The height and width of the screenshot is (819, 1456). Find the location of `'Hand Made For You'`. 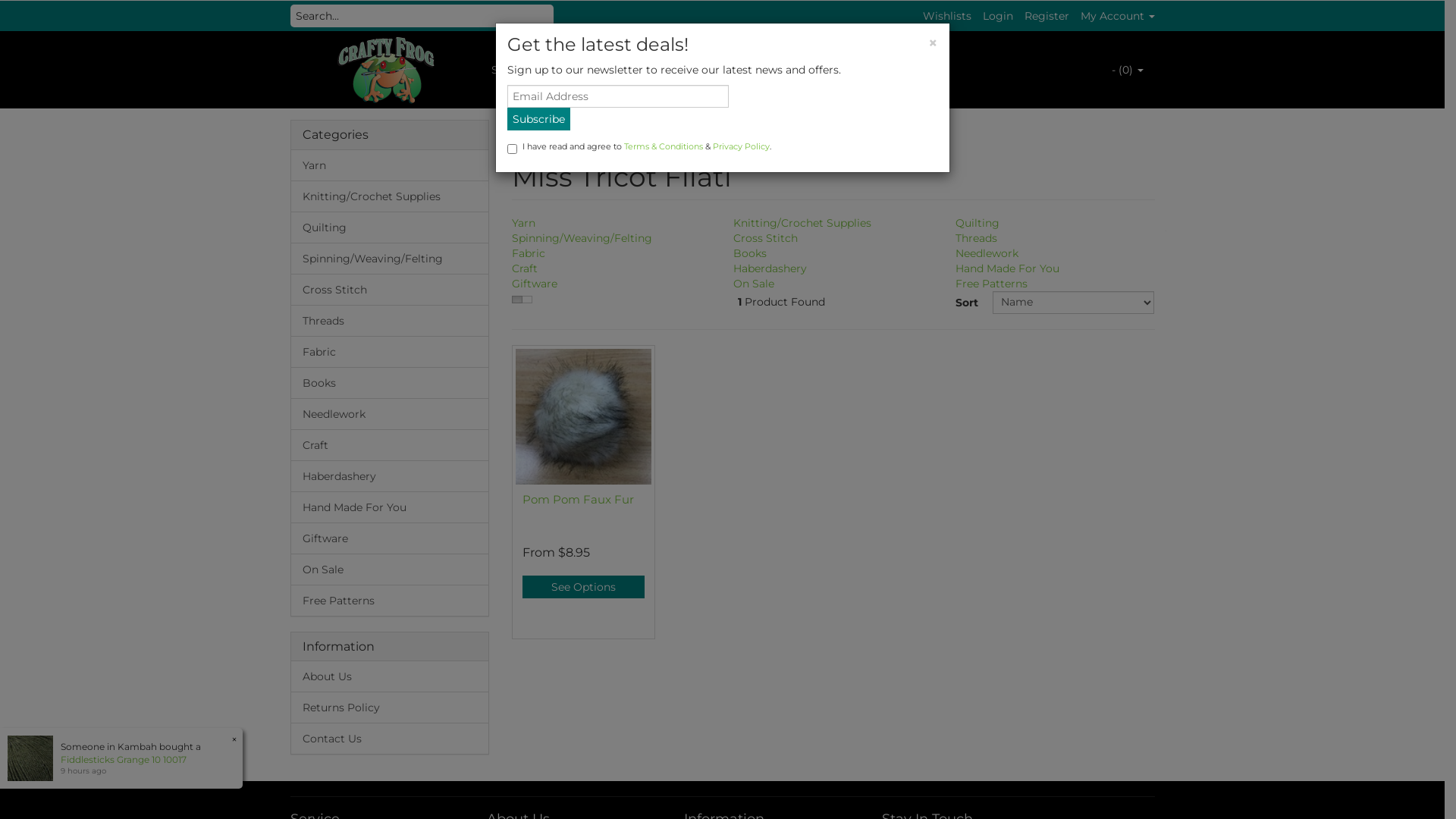

'Hand Made For You' is located at coordinates (1007, 268).